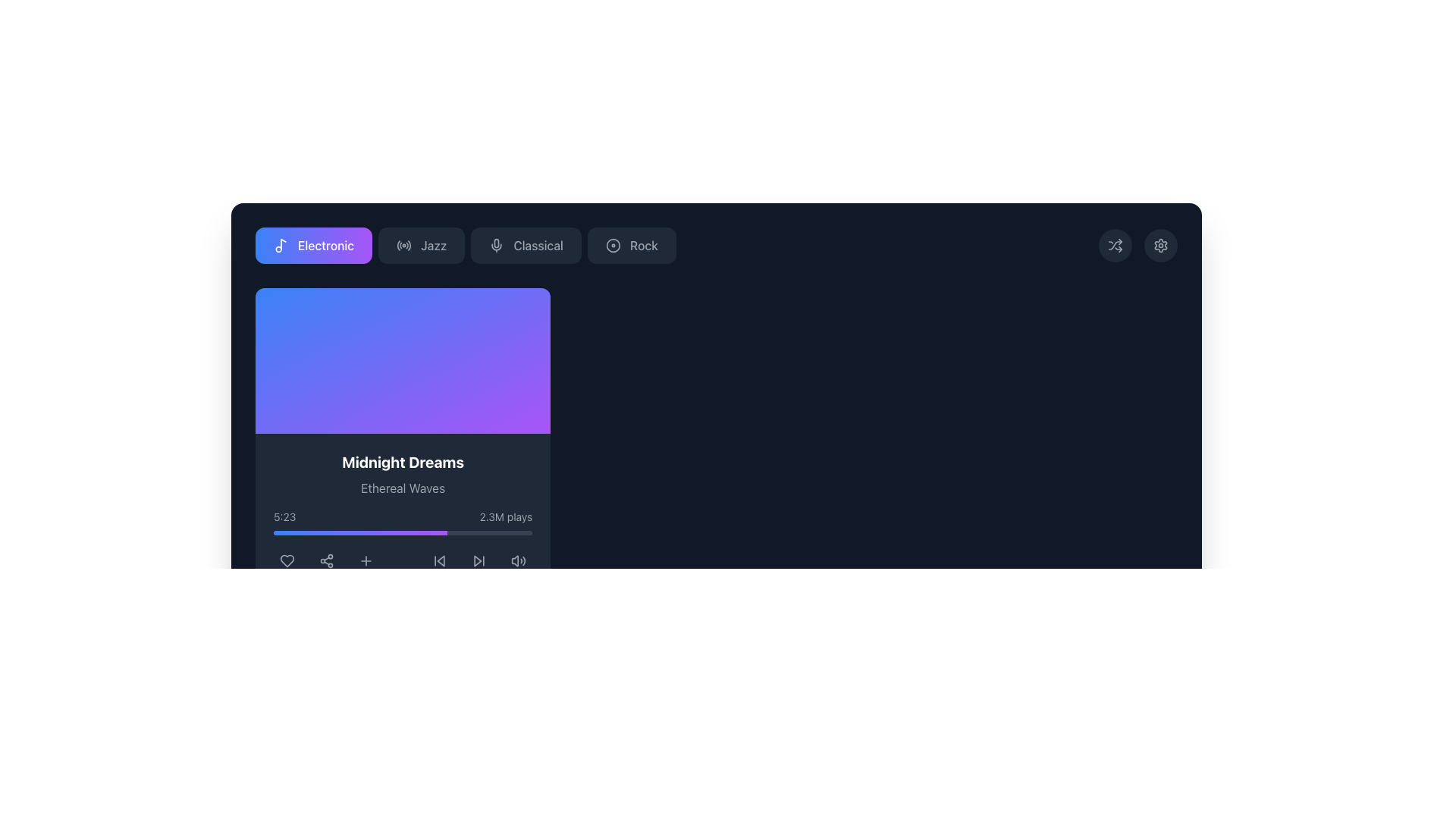  Describe the element at coordinates (1160, 245) in the screenshot. I see `the 'Settings' button located at the top-right corner of the interface, next to the shuffle icon` at that location.